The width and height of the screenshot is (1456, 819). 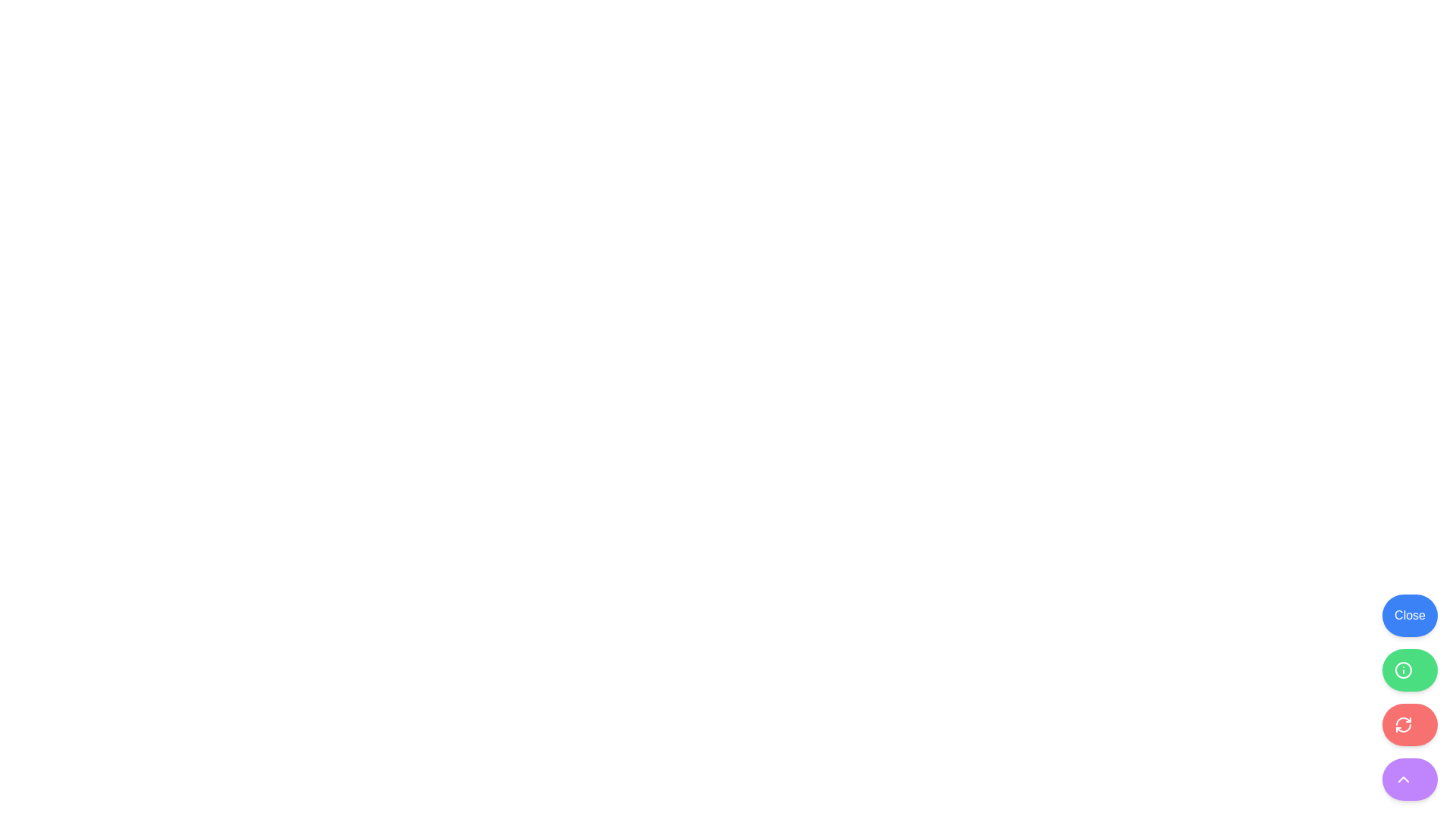 I want to click on the green circular icon button containing an information symbol in the vertical action menu, so click(x=1403, y=669).